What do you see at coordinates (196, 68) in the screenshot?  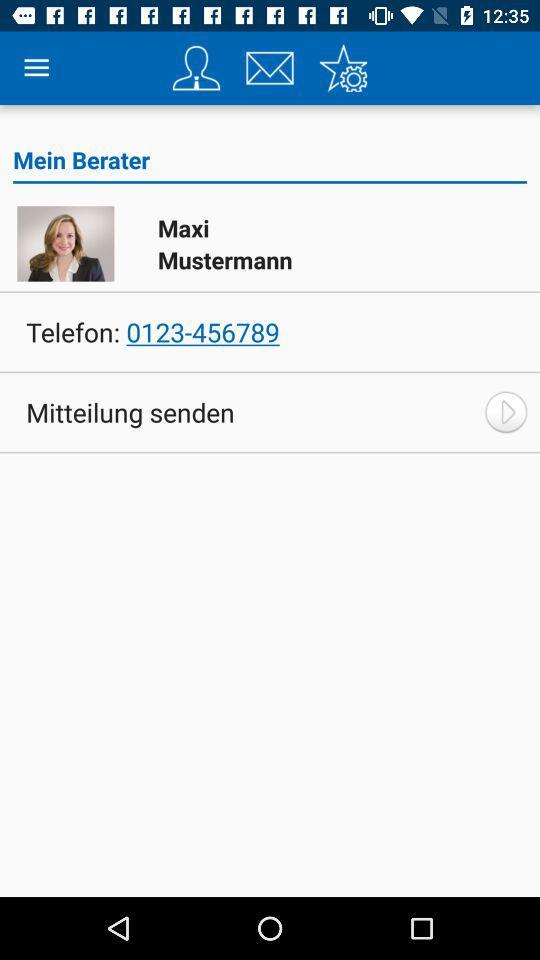 I see `item above mein berater icon` at bounding box center [196, 68].